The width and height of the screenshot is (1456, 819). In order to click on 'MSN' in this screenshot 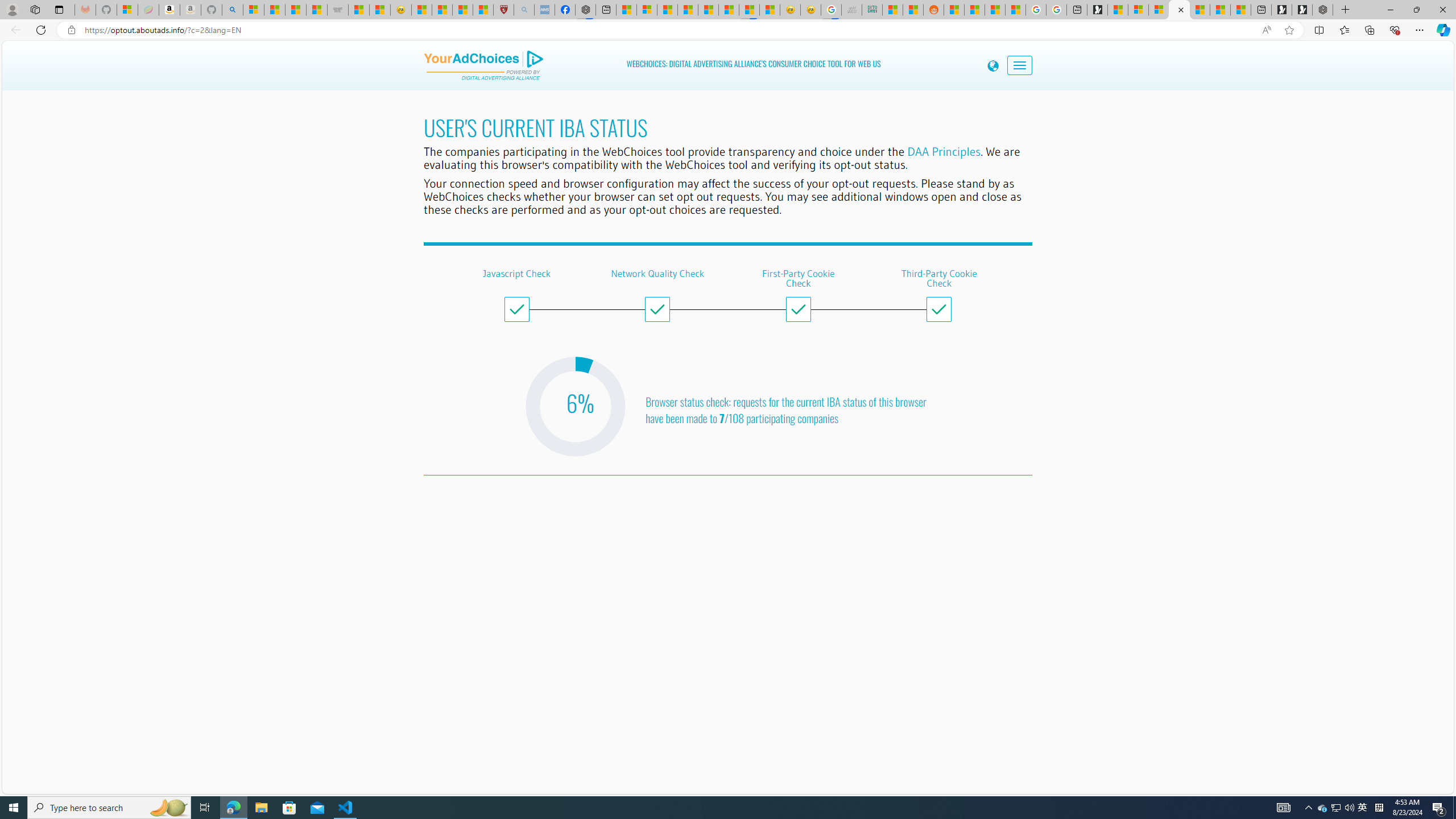, I will do `click(748, 9)`.